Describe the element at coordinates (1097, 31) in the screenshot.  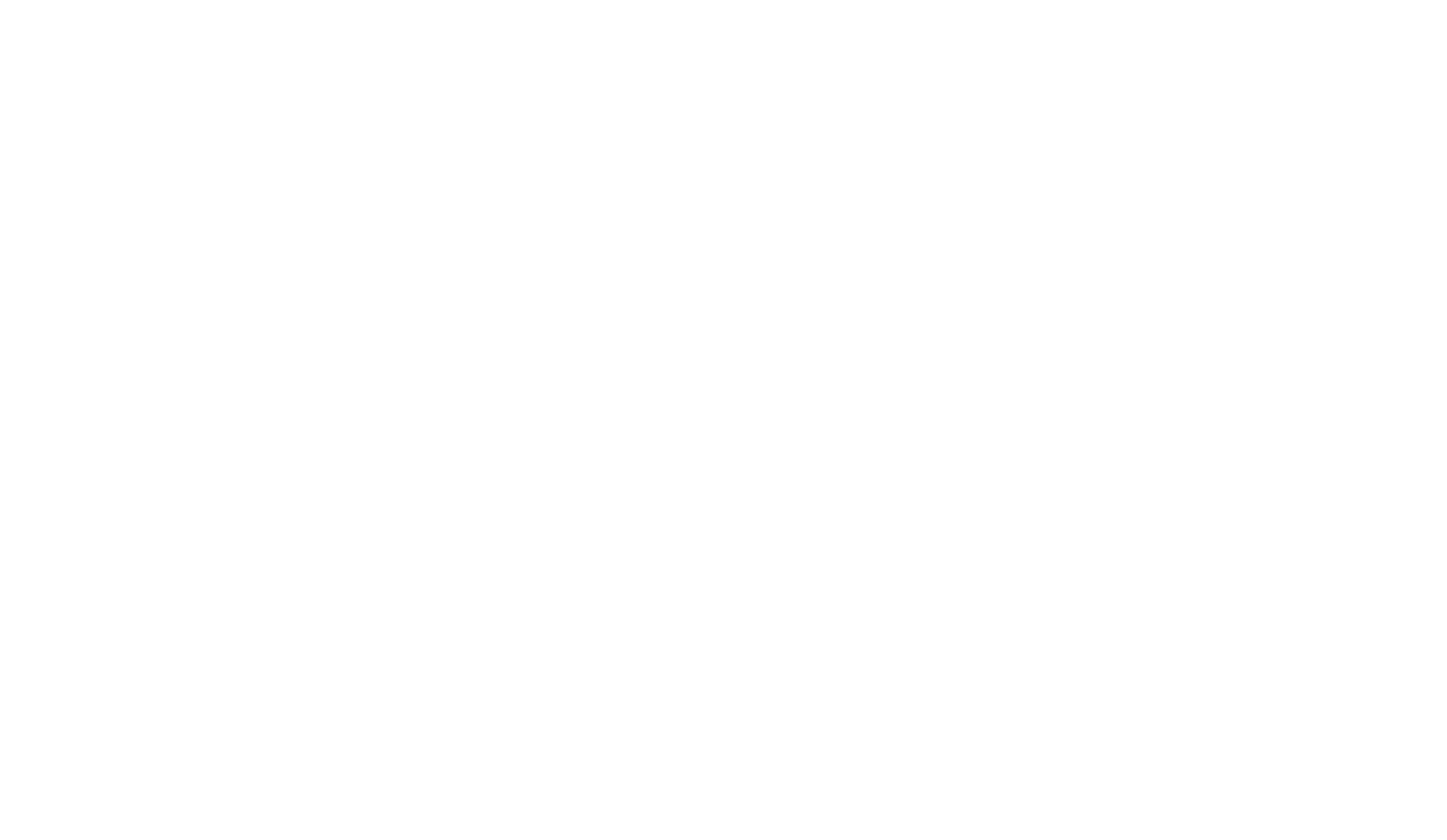
I see `'Spotted par Lisa'` at that location.